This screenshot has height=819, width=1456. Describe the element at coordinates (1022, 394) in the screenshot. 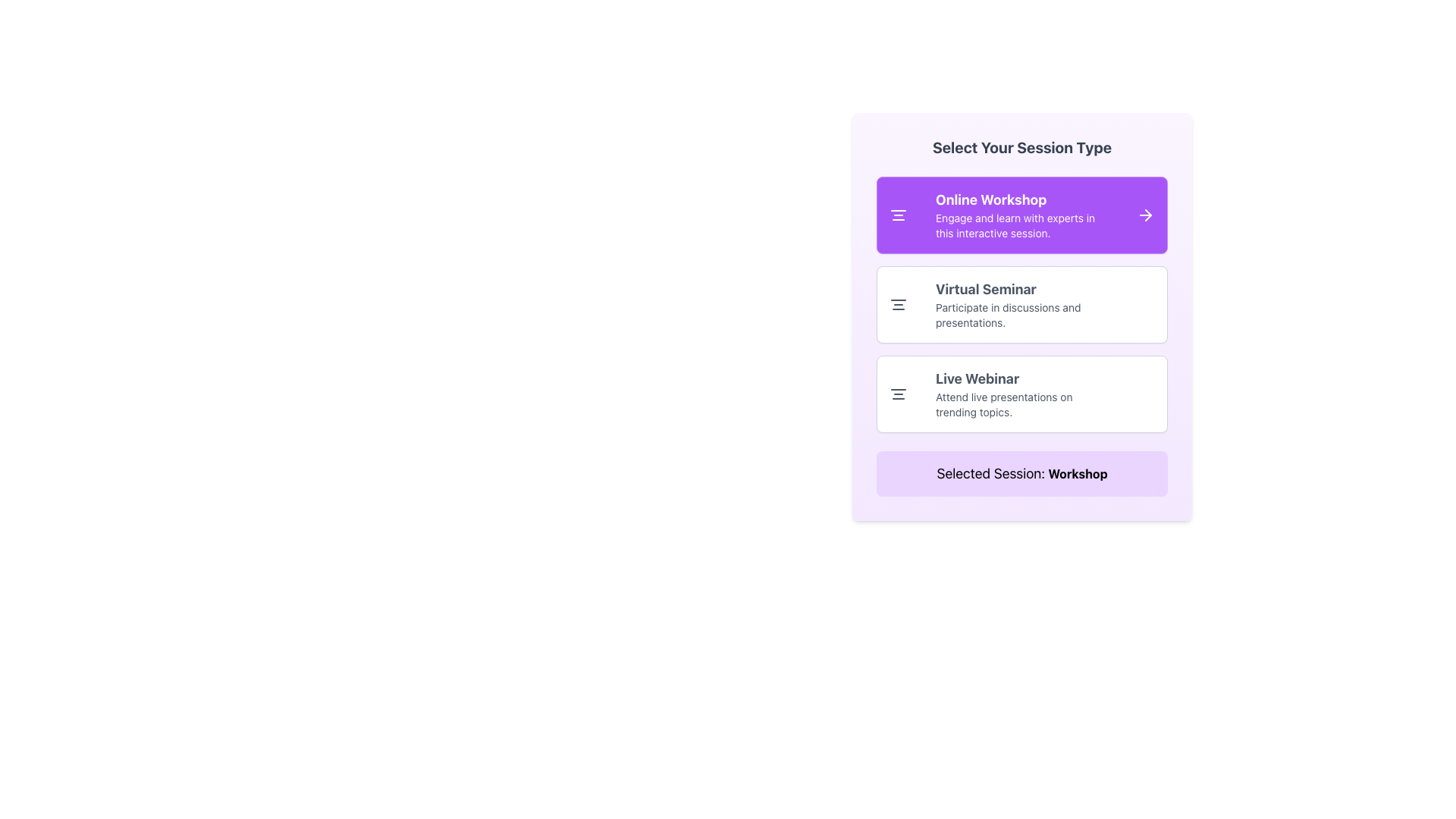

I see `keyboard navigation` at that location.